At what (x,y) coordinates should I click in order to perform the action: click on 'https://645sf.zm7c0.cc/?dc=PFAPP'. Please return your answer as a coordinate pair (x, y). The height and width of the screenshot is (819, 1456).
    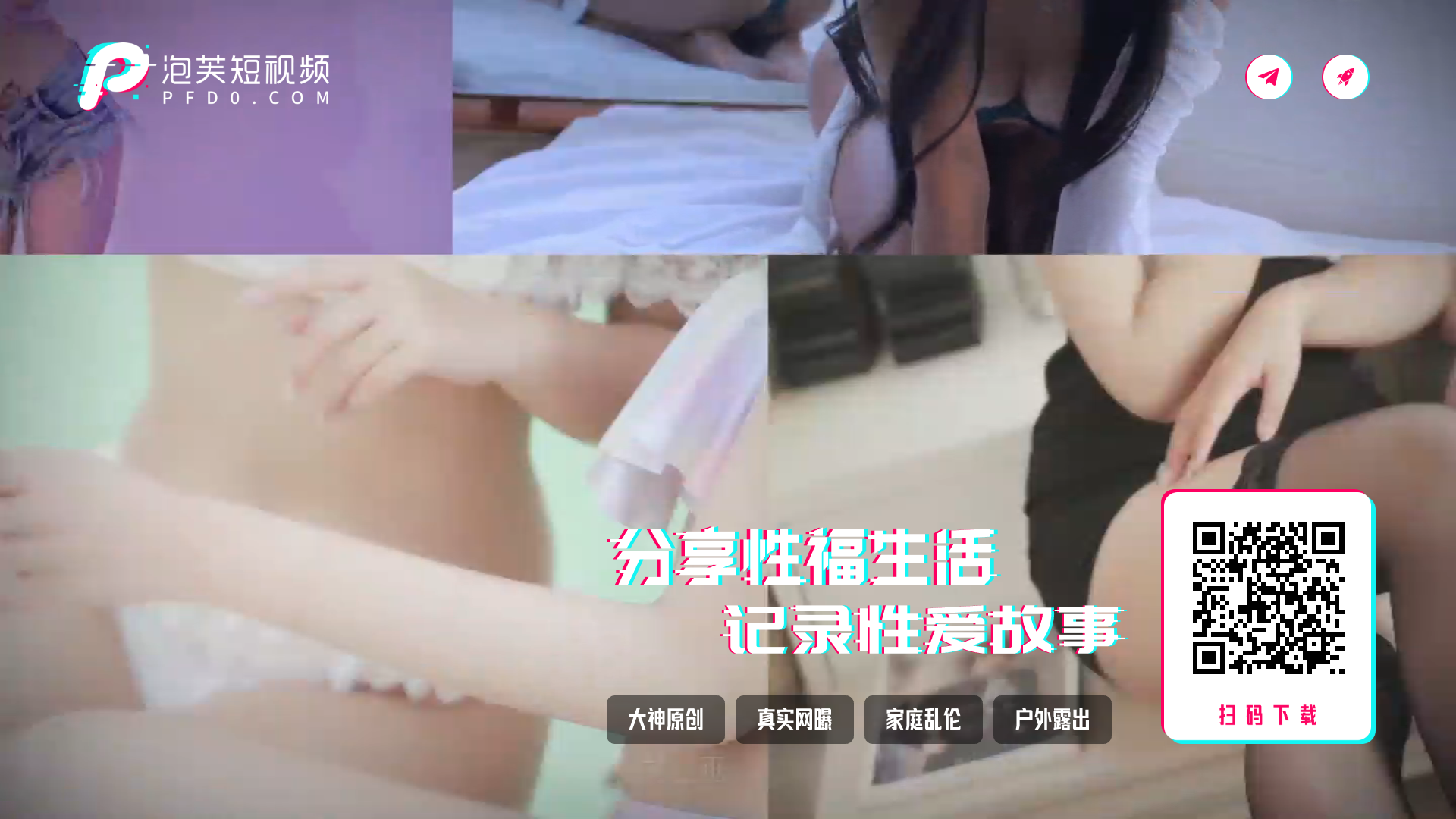
    Looking at the image, I should click on (1267, 598).